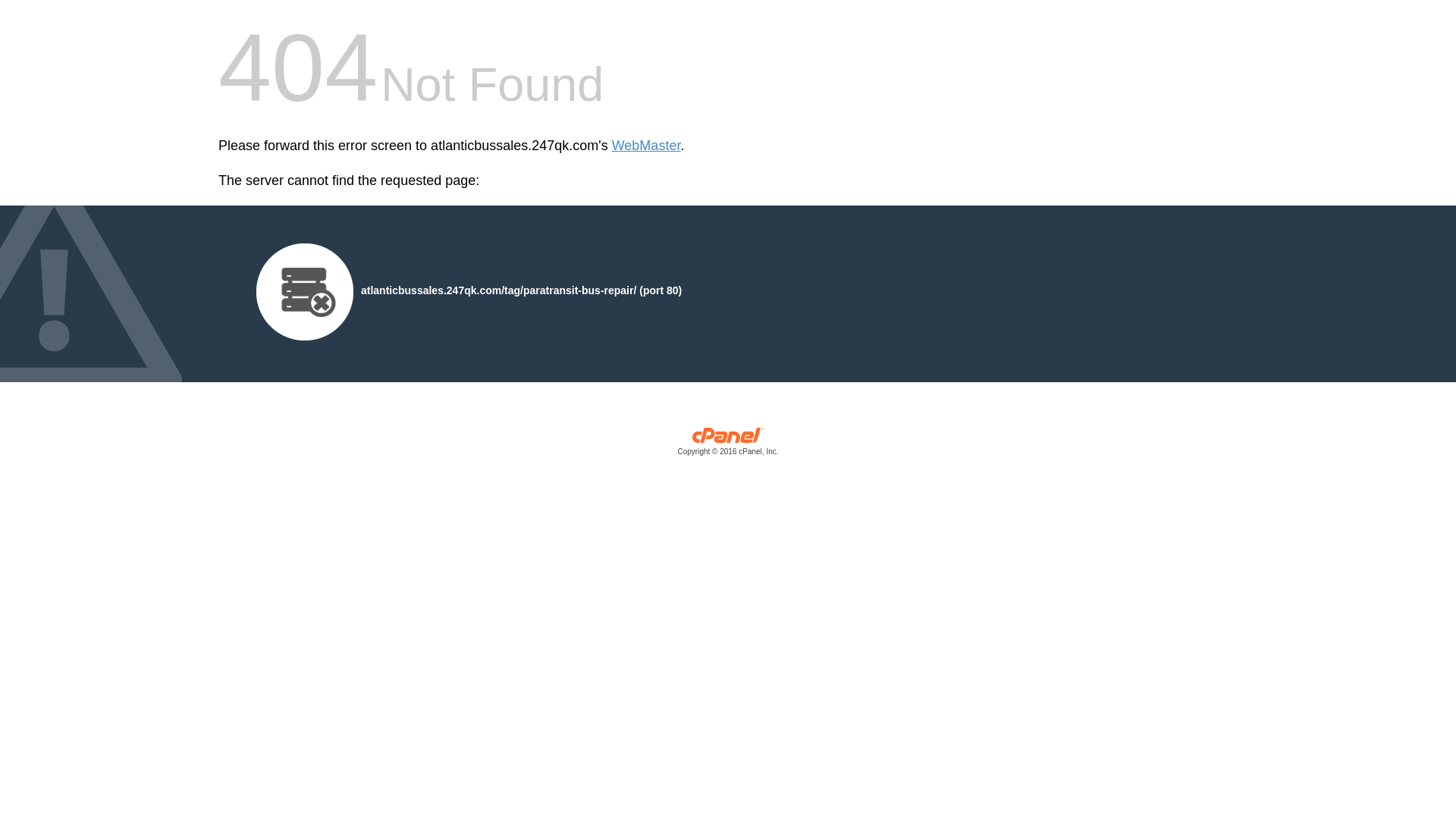 The height and width of the screenshot is (819, 1456). I want to click on 'WebMaster', so click(646, 146).